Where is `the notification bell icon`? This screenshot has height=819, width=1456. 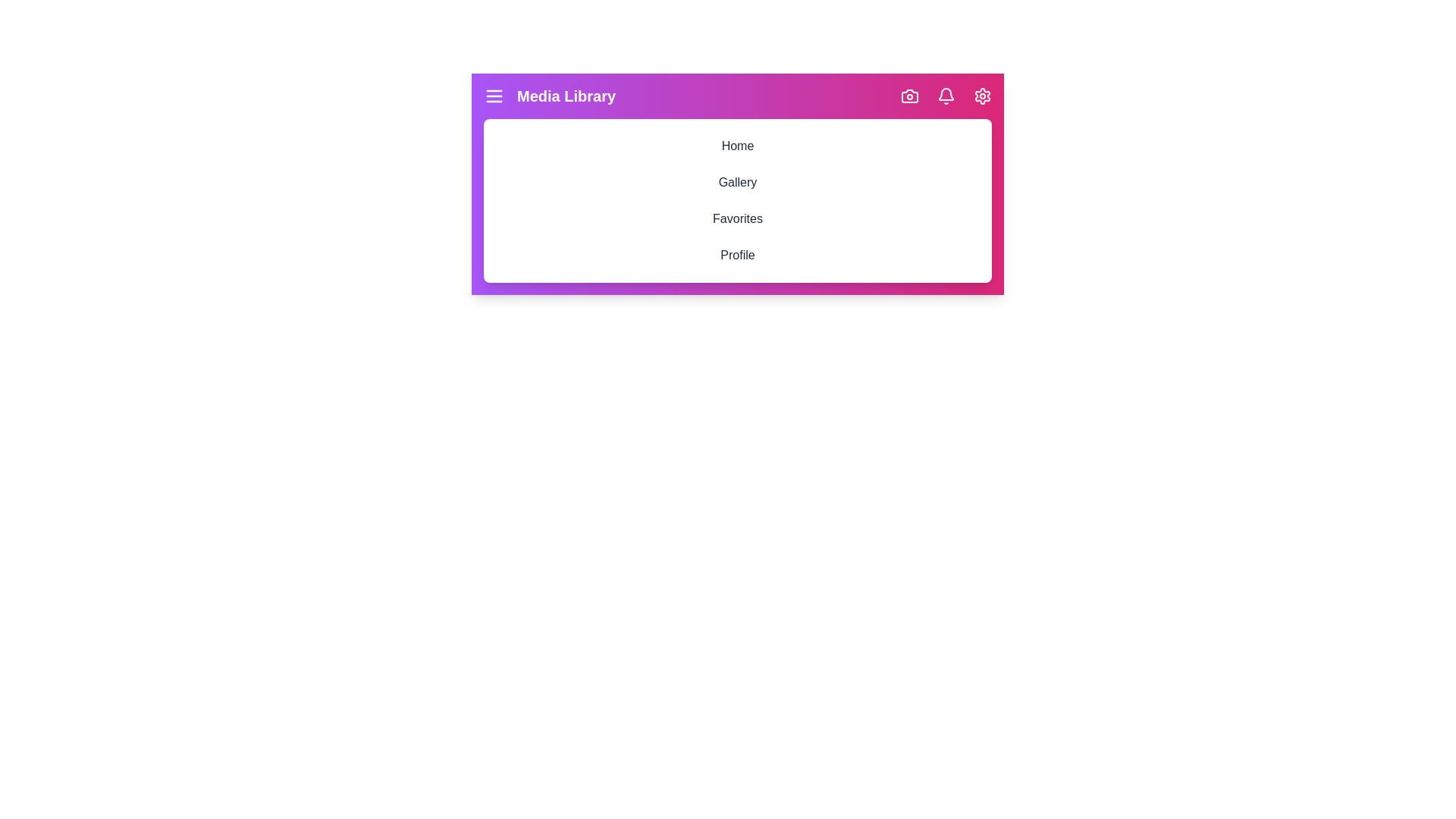 the notification bell icon is located at coordinates (946, 96).